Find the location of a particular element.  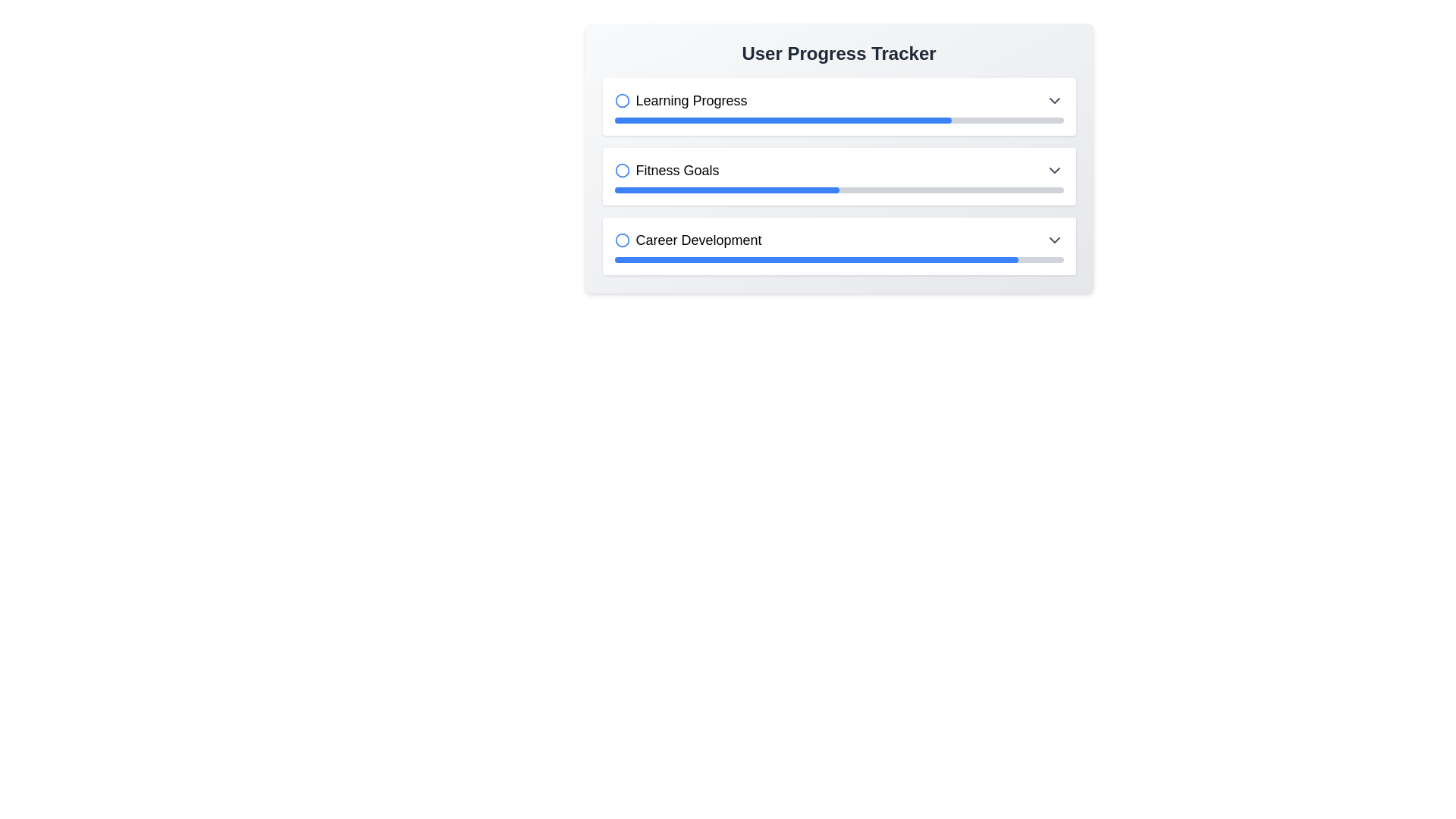

the blue progress bar located in the third progress bar section under the 'Career Development' label in the 'User Progress Tracker' interface is located at coordinates (815, 259).